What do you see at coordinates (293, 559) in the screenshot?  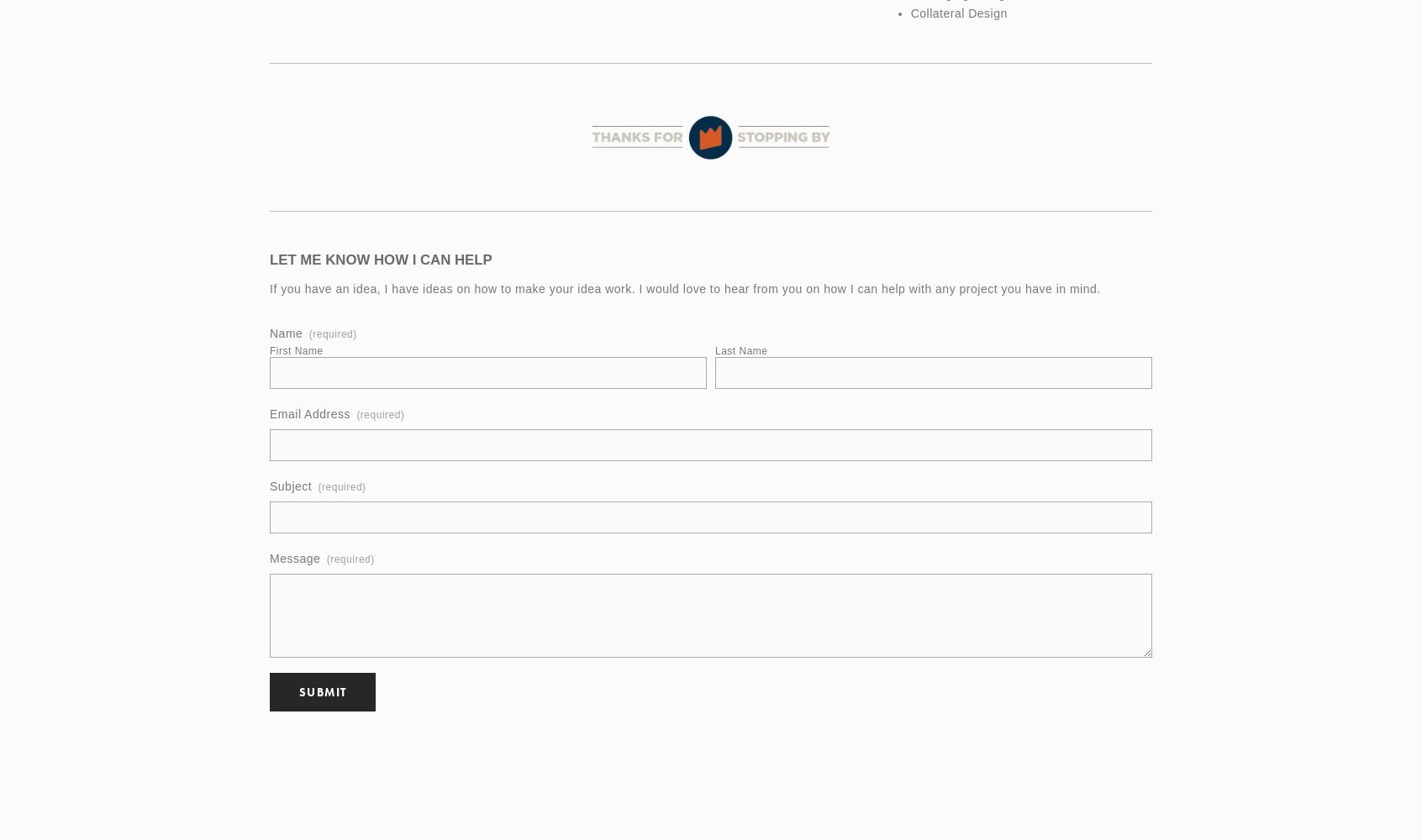 I see `'Message'` at bounding box center [293, 559].